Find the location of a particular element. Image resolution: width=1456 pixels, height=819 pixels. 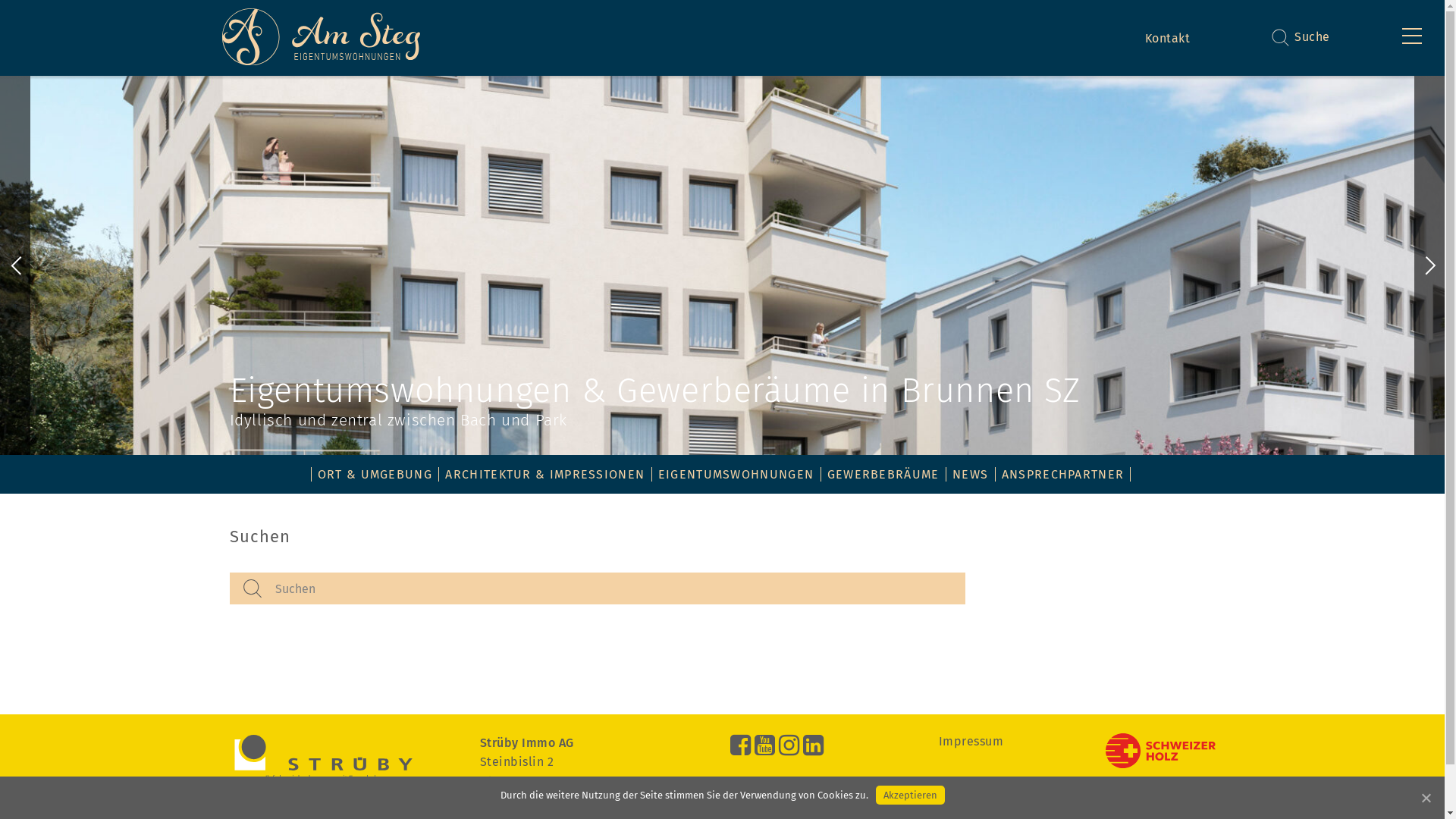

'ARCHITEKTUR & IMPRESSIONEN' is located at coordinates (544, 473).